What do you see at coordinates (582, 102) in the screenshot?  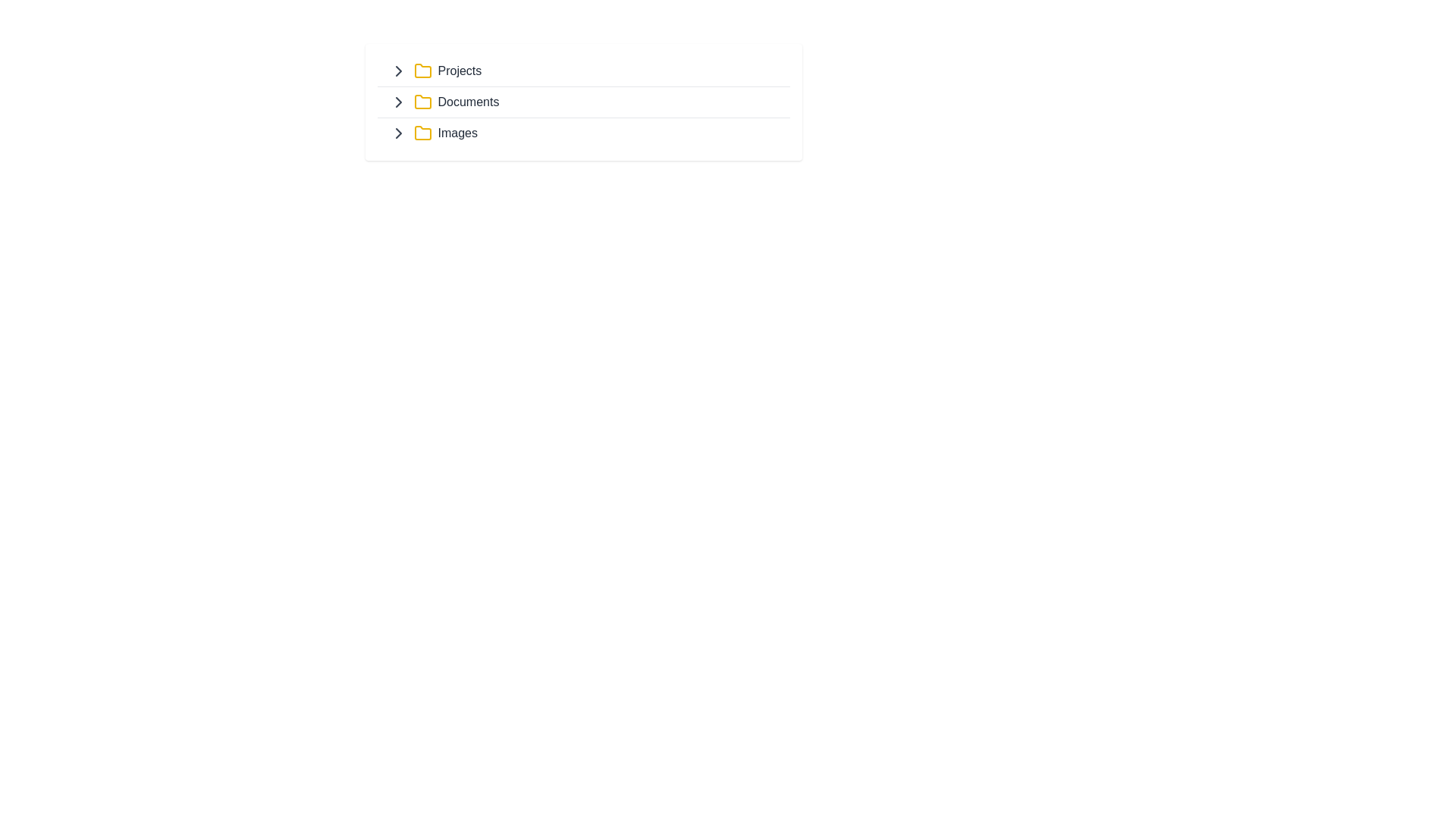 I see `the second list item or navigation entry within the menu` at bounding box center [582, 102].